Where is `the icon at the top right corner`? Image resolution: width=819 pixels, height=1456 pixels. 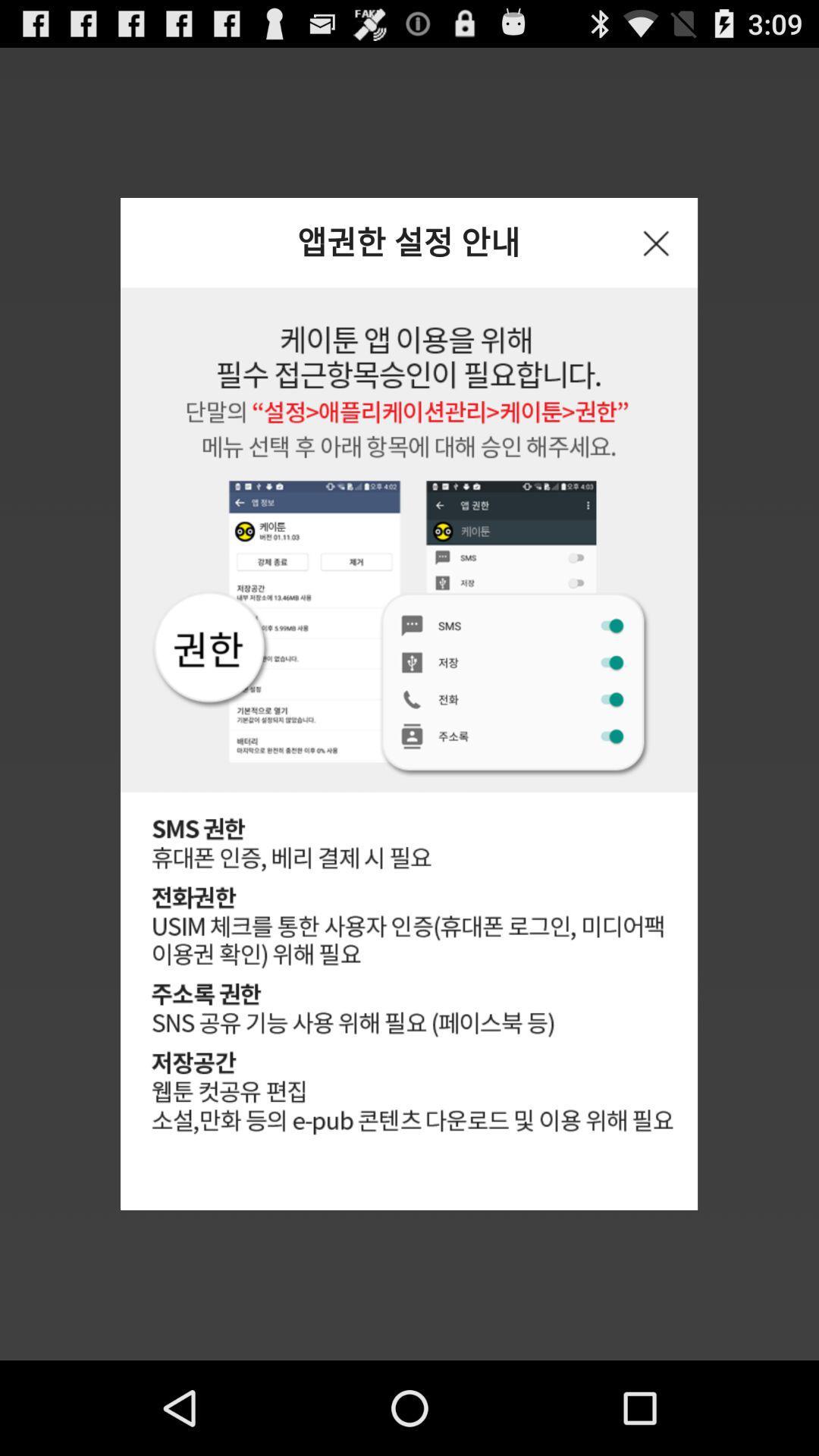
the icon at the top right corner is located at coordinates (655, 241).